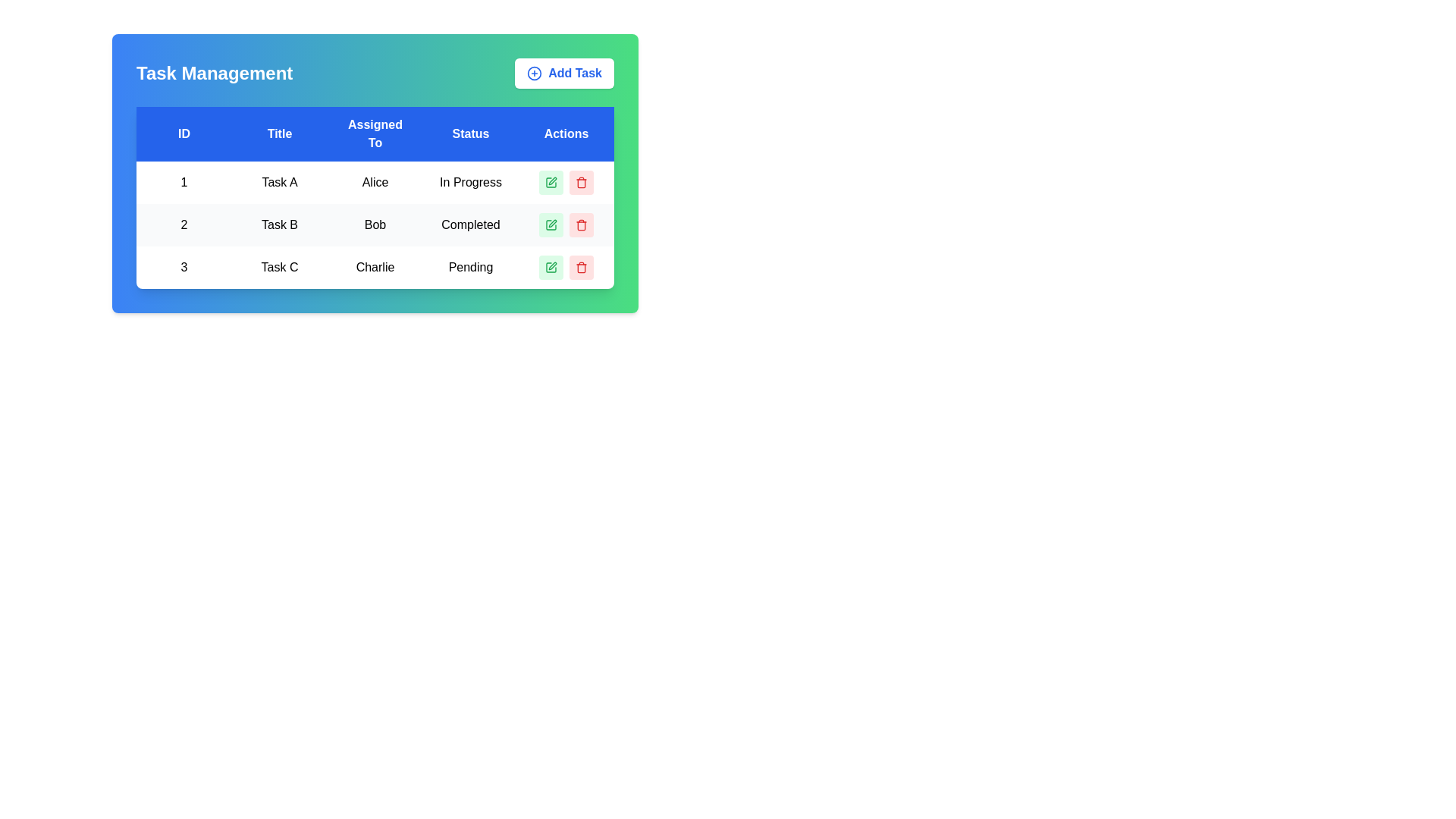  I want to click on content 'Task C' from the table cell located in the third row under the 'Title' column, so click(280, 267).